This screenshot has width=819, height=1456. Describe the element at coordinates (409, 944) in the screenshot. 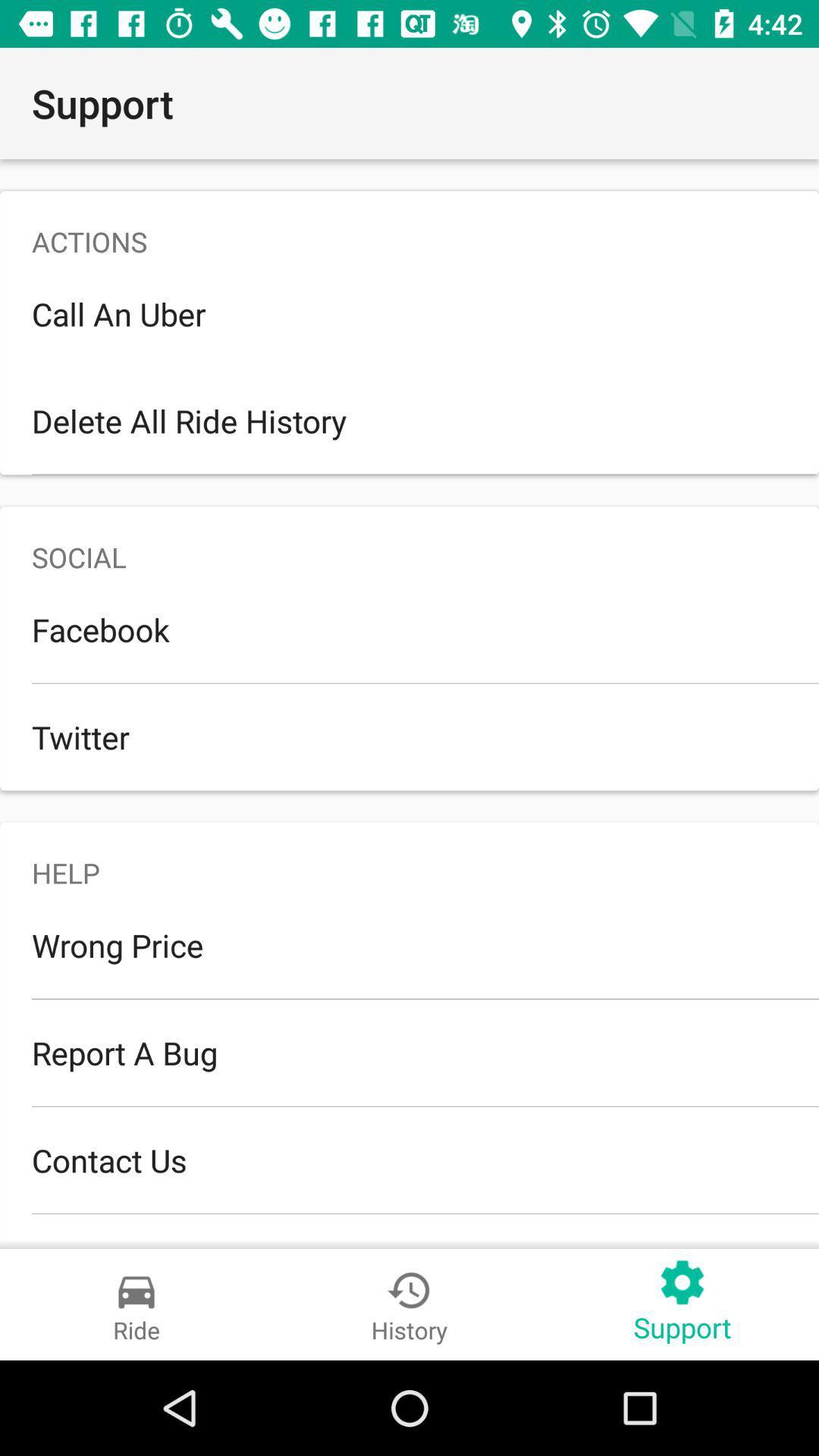

I see `wrong price` at that location.